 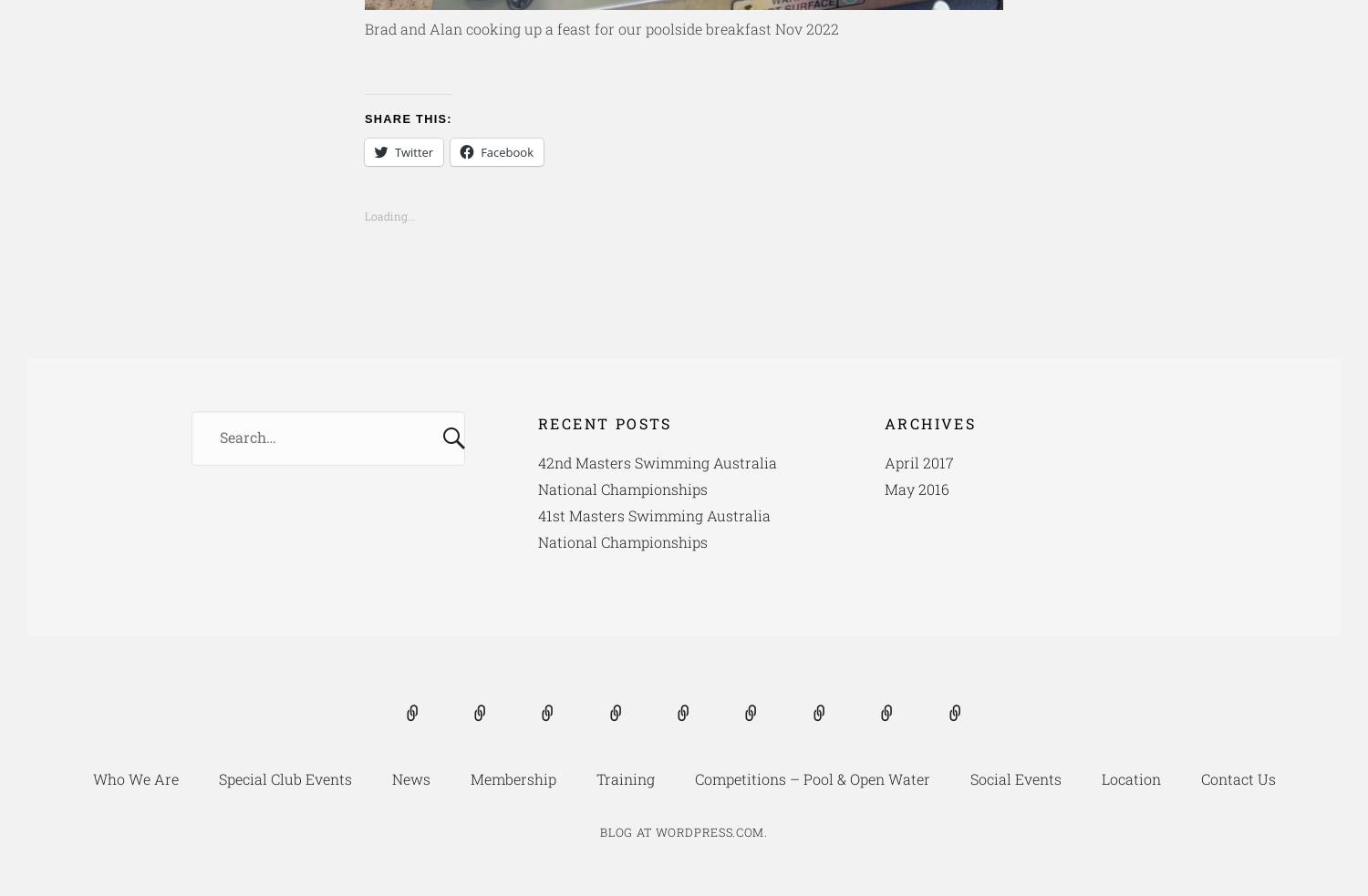 I want to click on 'Archives', so click(x=930, y=421).